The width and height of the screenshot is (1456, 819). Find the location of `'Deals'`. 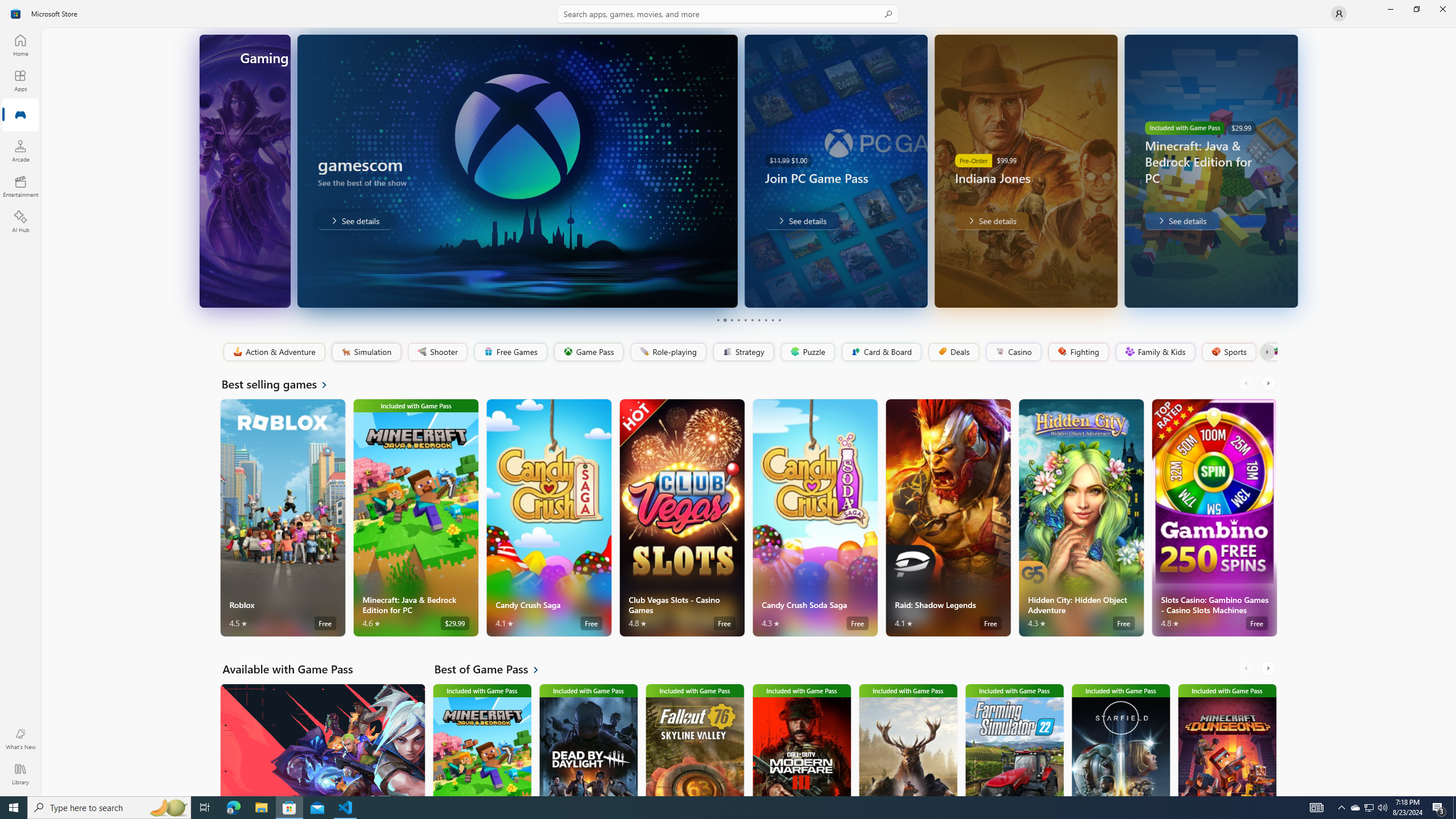

'Deals' is located at coordinates (953, 351).